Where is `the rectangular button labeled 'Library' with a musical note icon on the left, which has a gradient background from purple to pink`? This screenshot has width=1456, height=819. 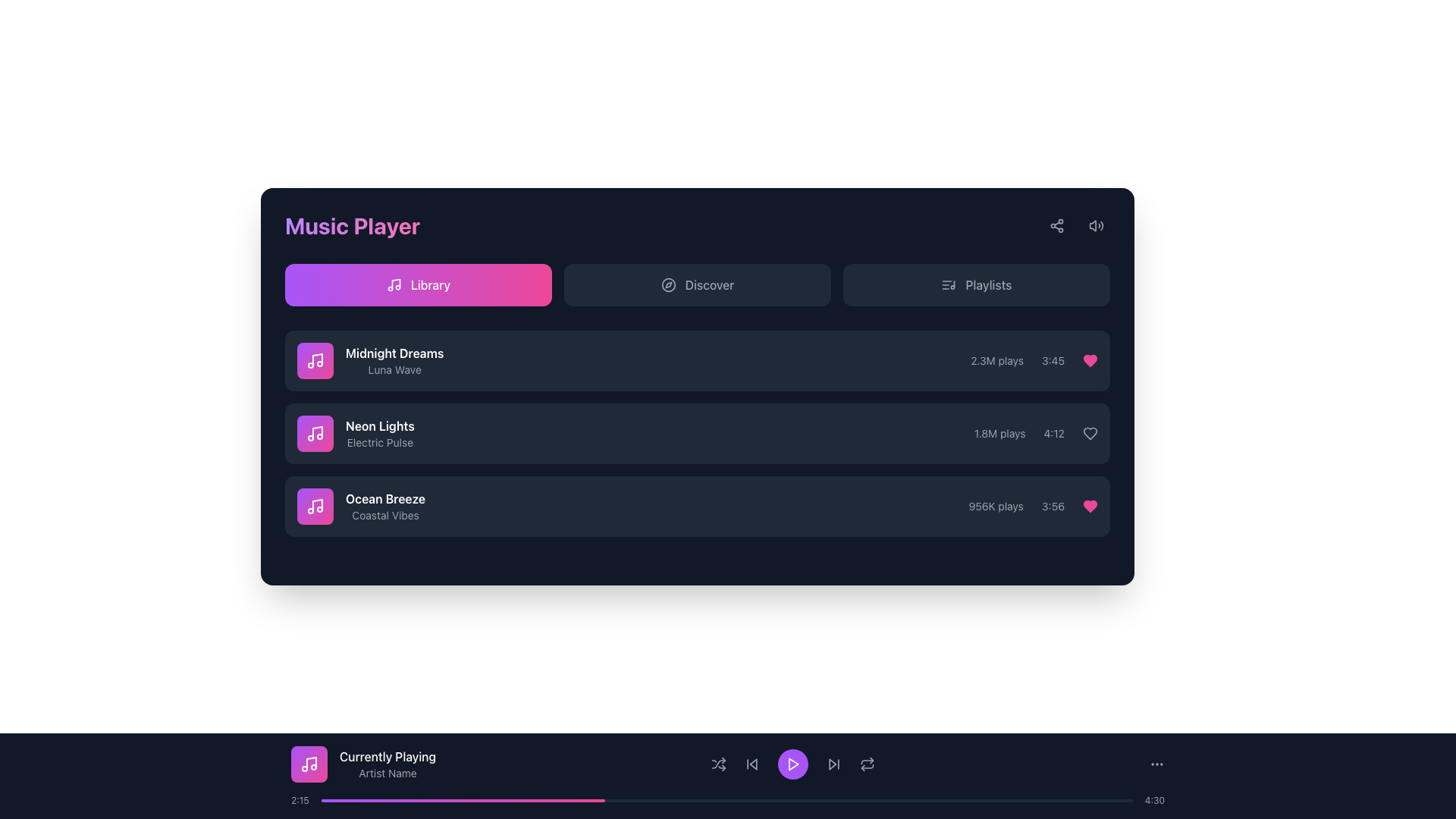
the rectangular button labeled 'Library' with a musical note icon on the left, which has a gradient background from purple to pink is located at coordinates (419, 284).